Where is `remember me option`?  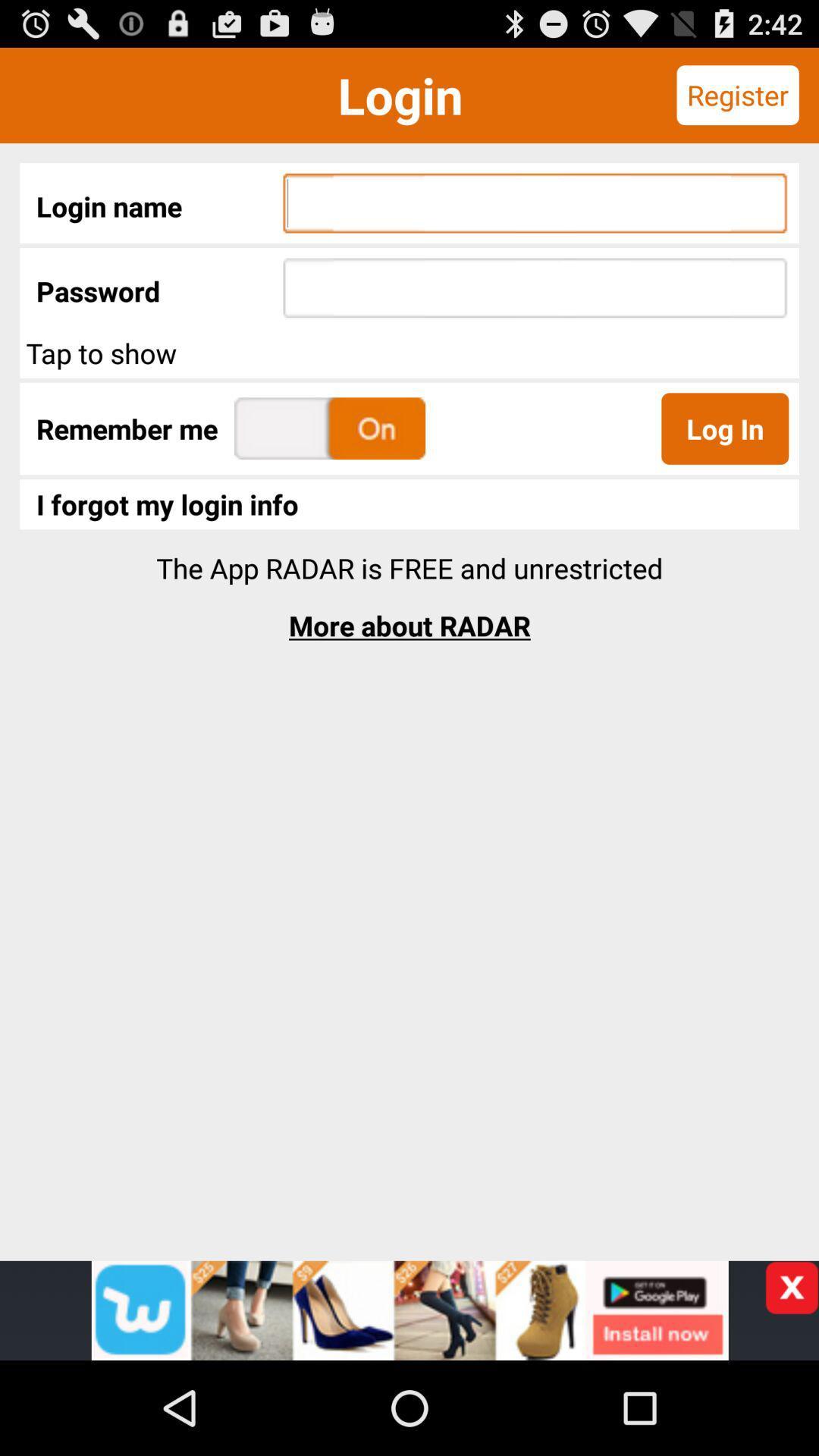
remember me option is located at coordinates (329, 428).